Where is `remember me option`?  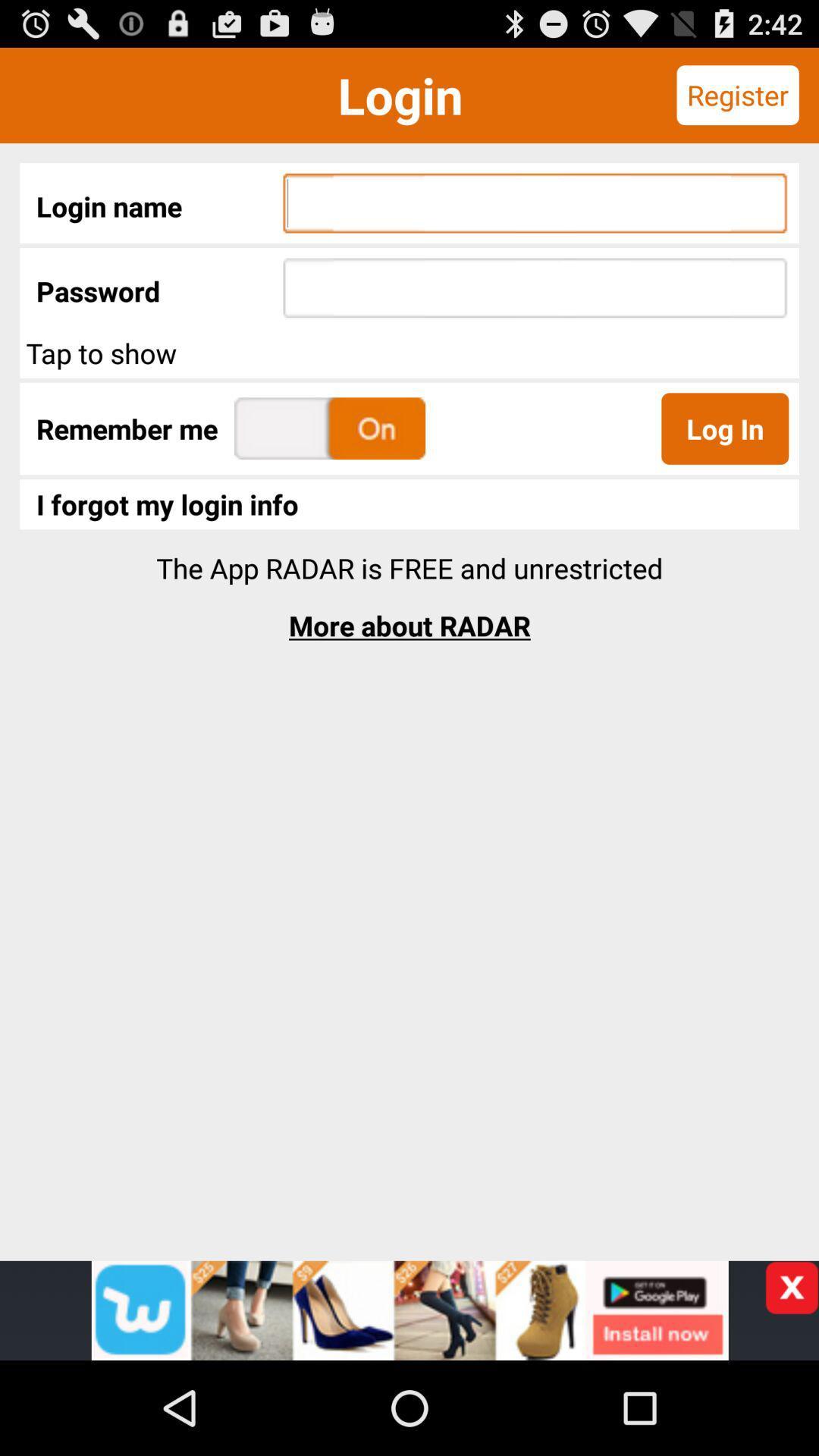
remember me option is located at coordinates (329, 428).